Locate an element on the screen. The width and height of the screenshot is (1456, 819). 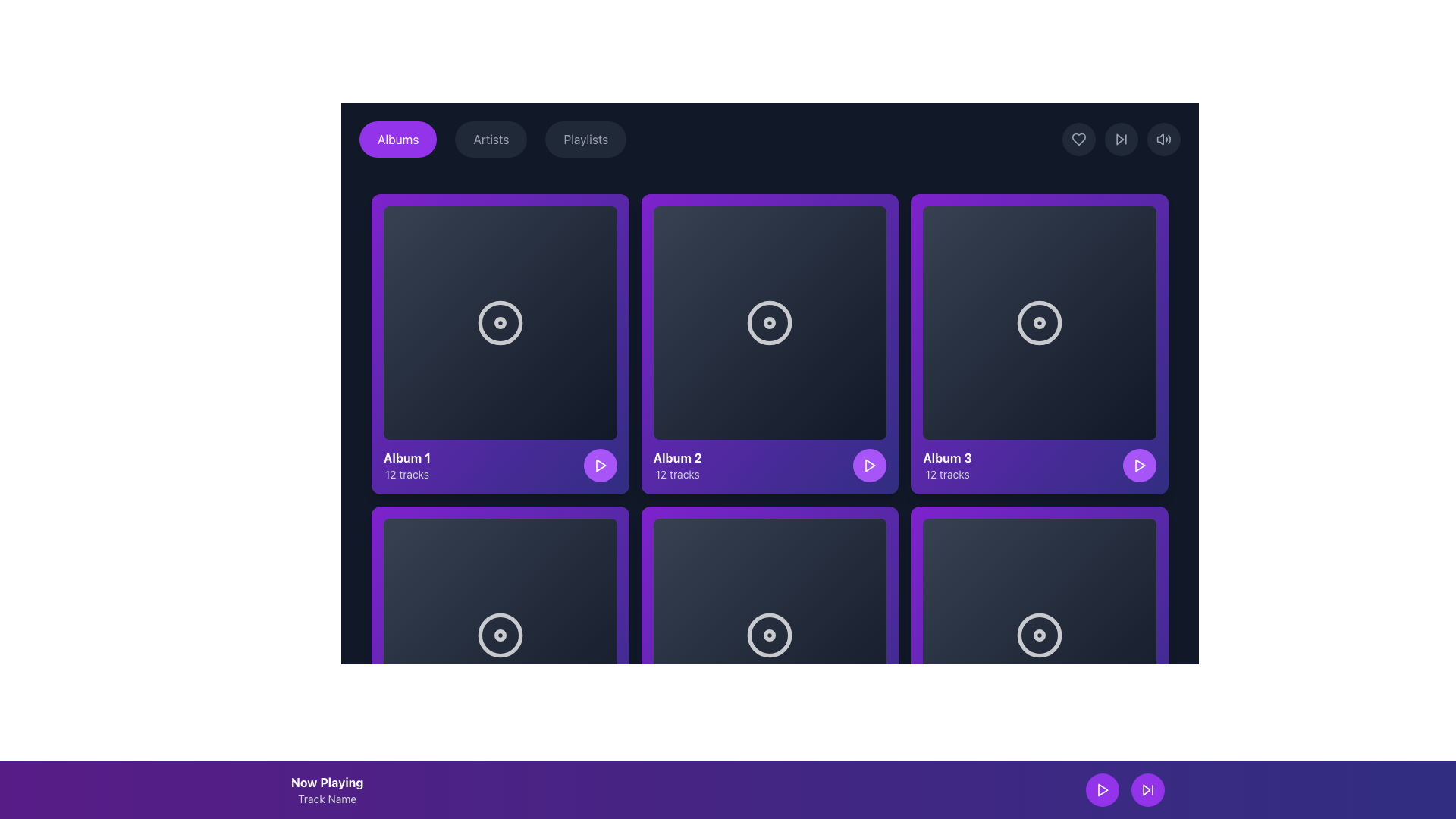
the bold, white 'Now Playing' text label located at the bottom center of the interface within the purple footer area is located at coordinates (326, 783).